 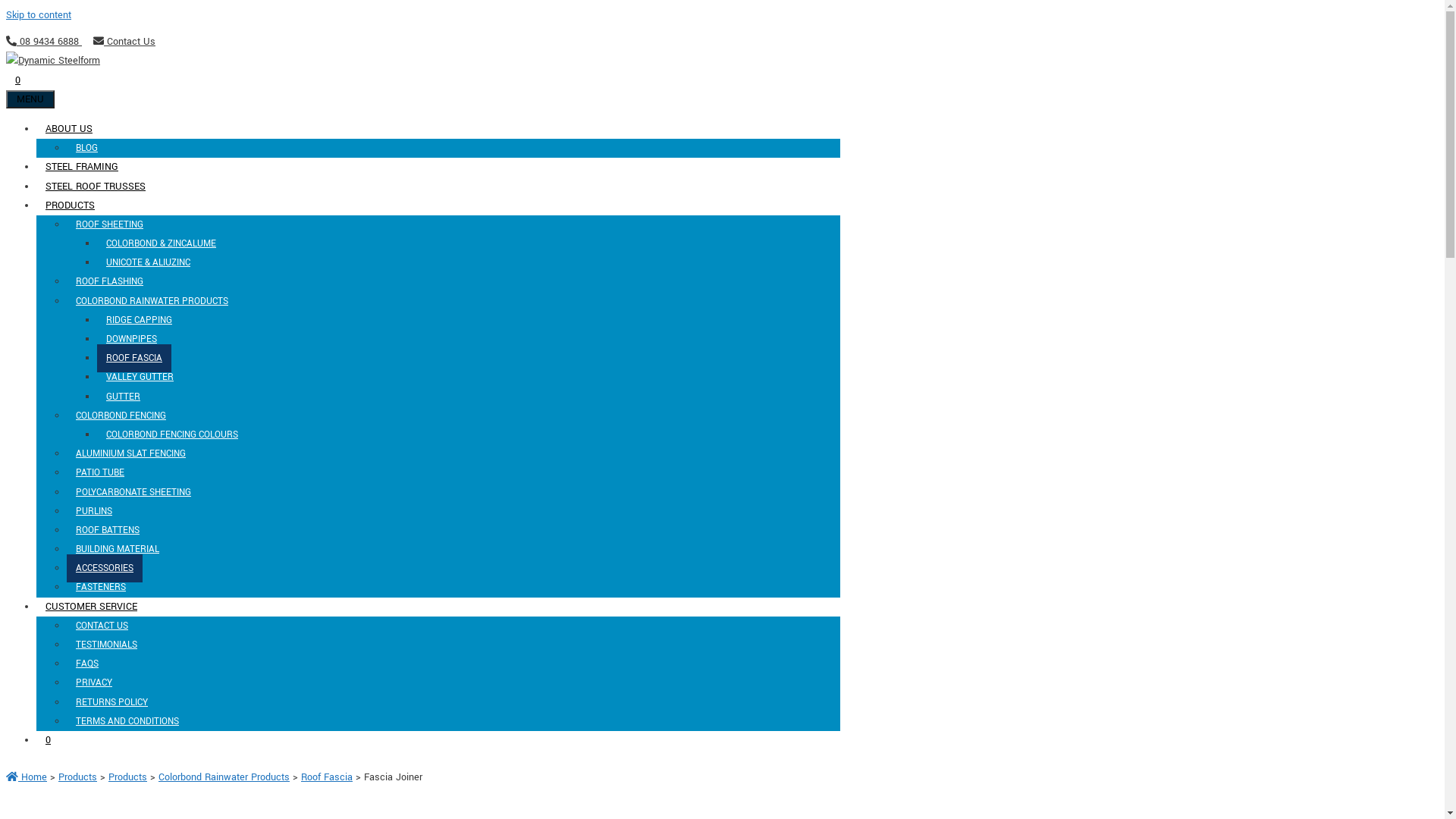 I want to click on 'TESTIMONIALS', so click(x=105, y=645).